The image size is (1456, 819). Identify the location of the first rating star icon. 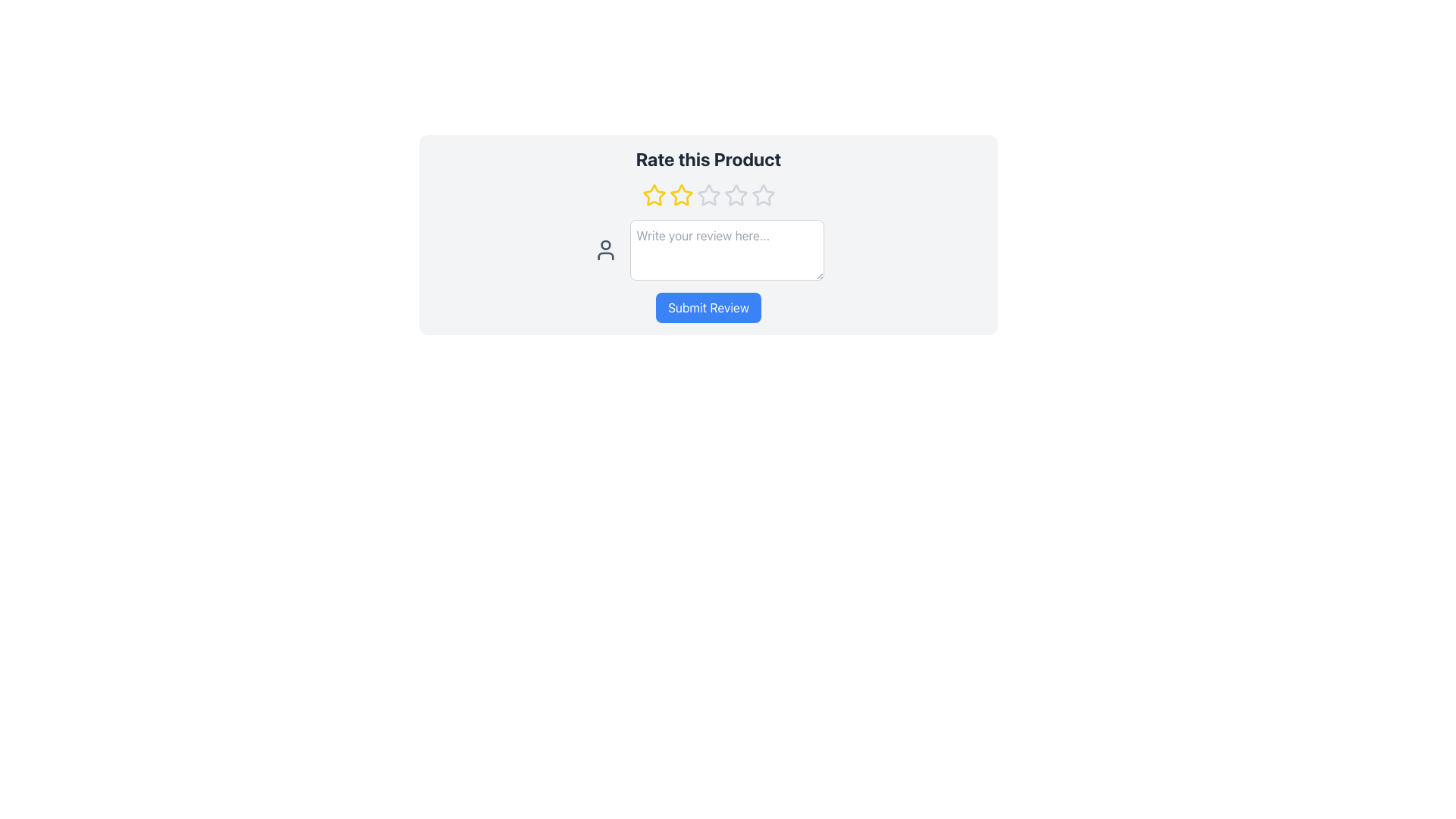
(654, 195).